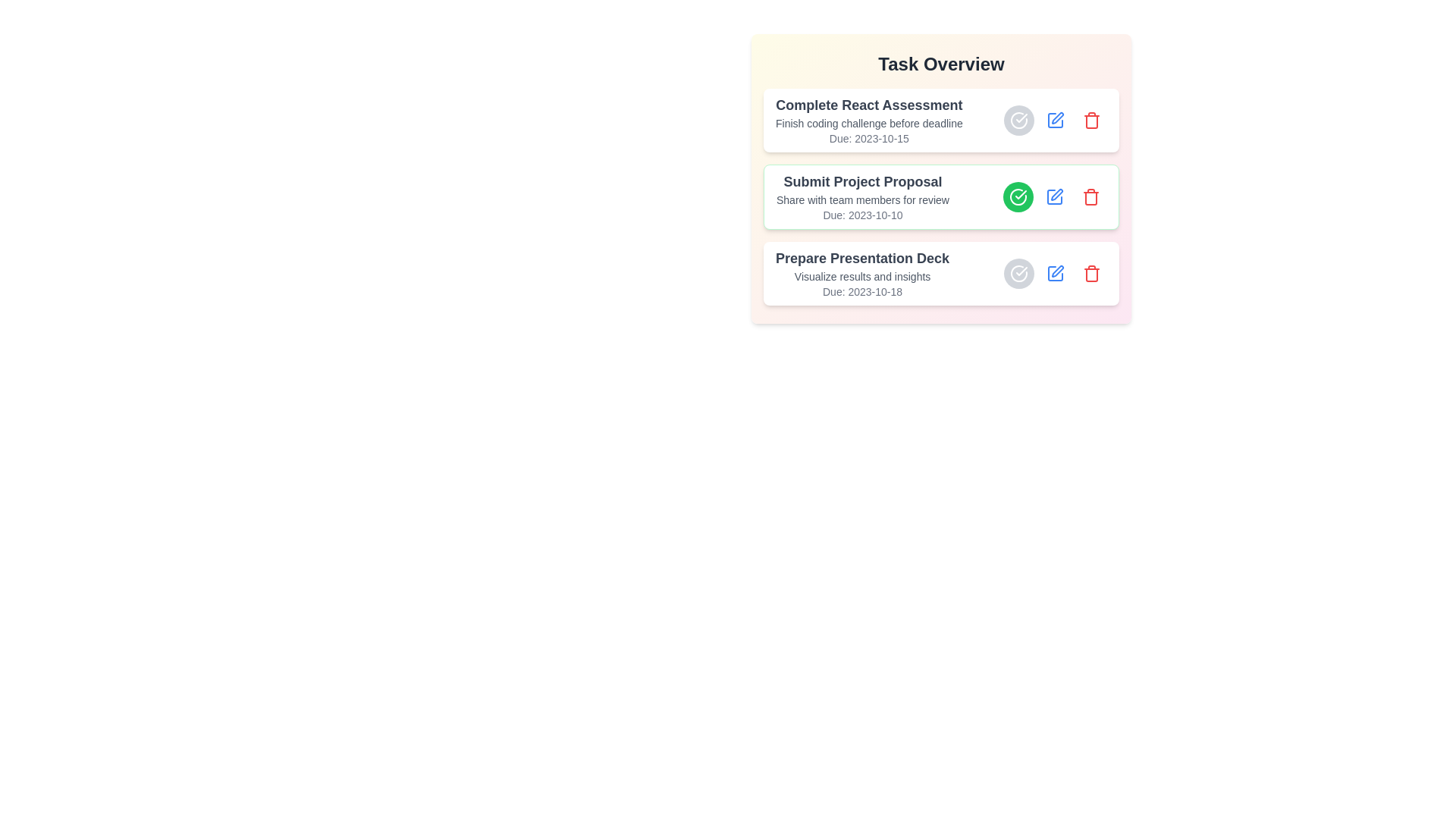  I want to click on the check button of the task titled 'Prepare Presentation Deck' to toggle its completion status, so click(1019, 274).